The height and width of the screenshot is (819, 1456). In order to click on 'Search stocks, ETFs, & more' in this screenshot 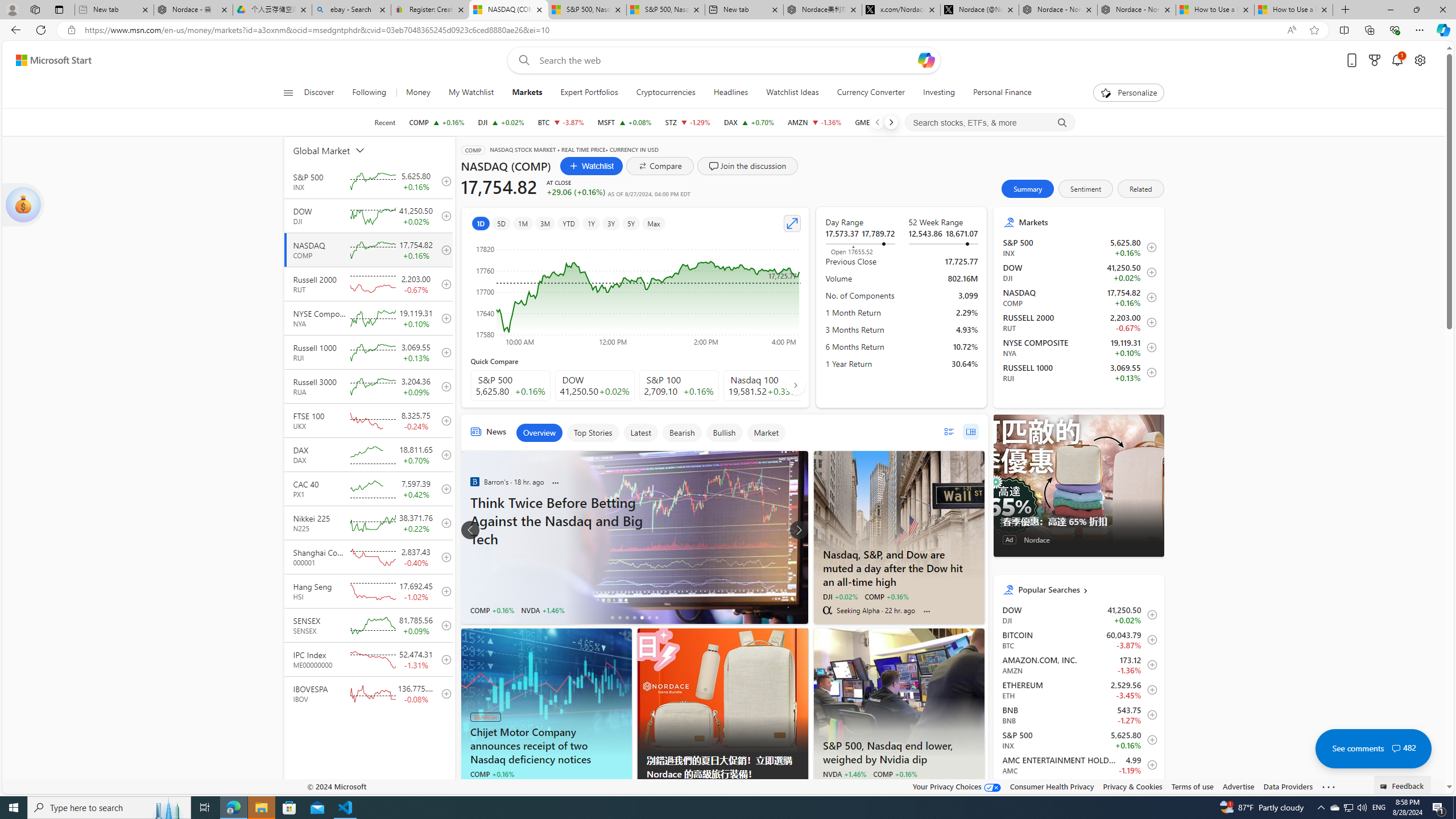, I will do `click(990, 122)`.